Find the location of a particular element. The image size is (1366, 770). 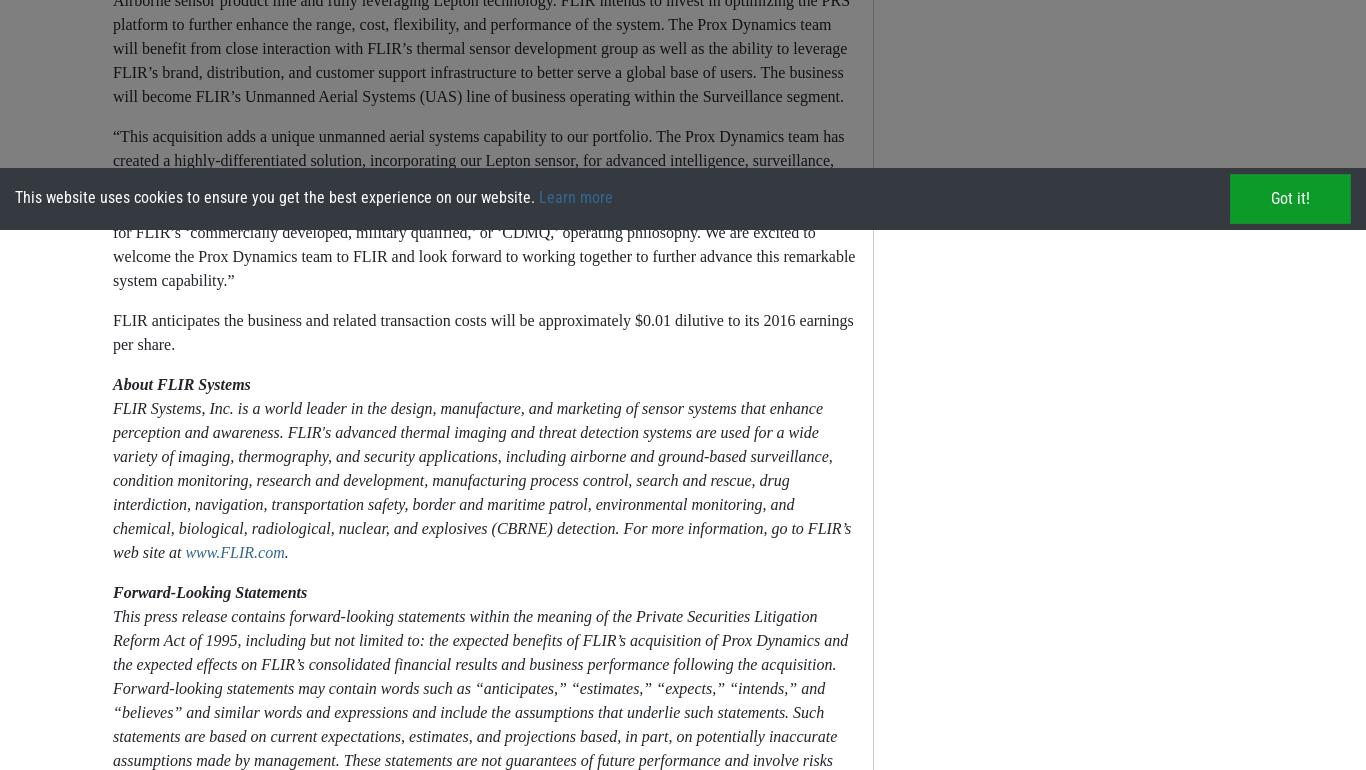

'FLIR Systems, Inc. is a world leader in the design, manufacture, and marketing of sensor systems that enhance perception and awareness. FLIR's advanced thermal imaging and threat detection systems are used for a wide variety of imaging, thermography, and security applications, including airborne and ground-based surveillance, condition monitoring, research and development, manufacturing process control, search and rescue, drug interdiction, navigation, transportation safety, border and maritime patrol, environmental monitoring, and chemical, biological, radiological, nuclear, and explosives (CBRNE) detection. For more information, go to FLIR’s web site at' is located at coordinates (112, 479).